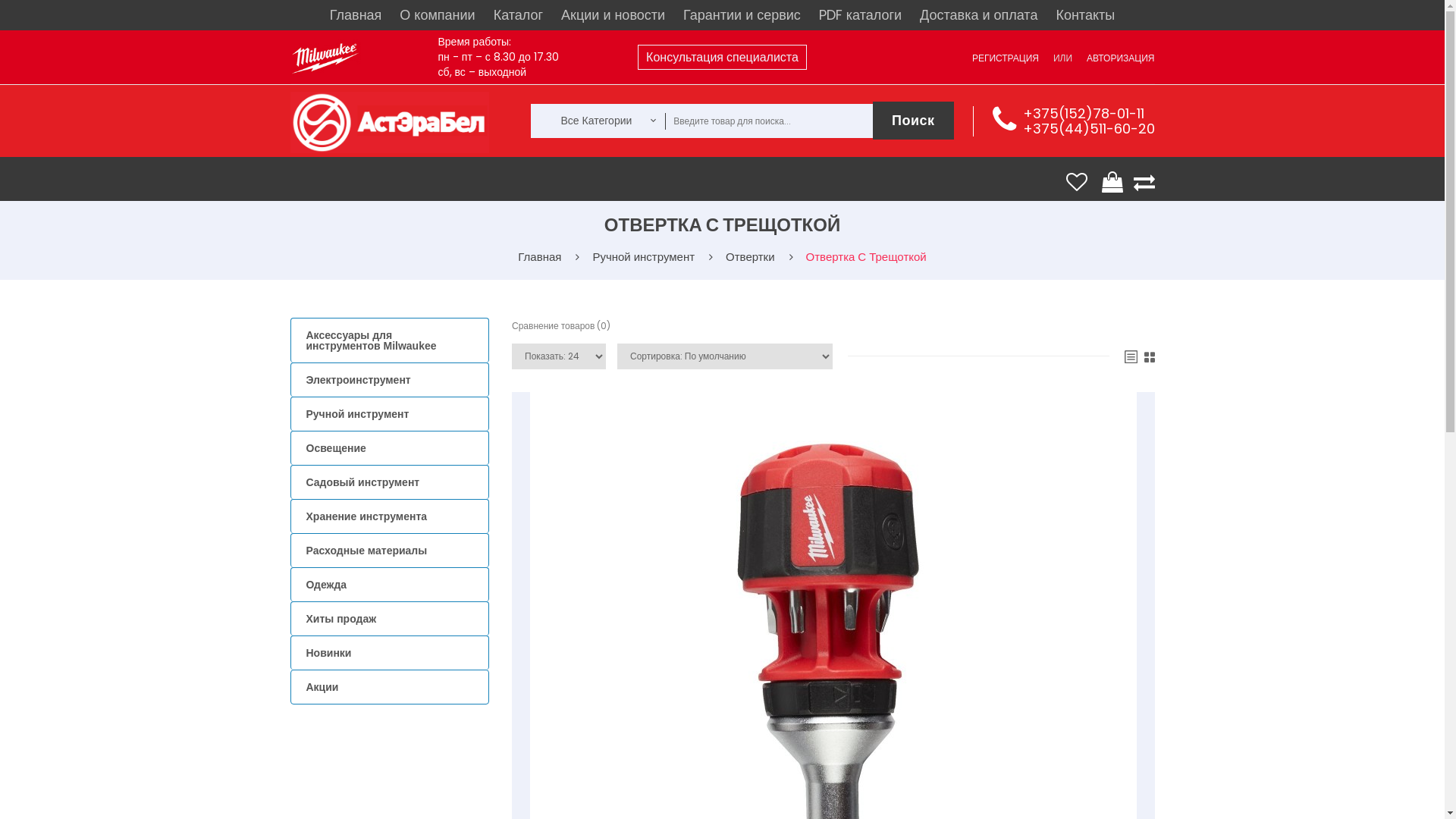 The width and height of the screenshot is (1456, 819). I want to click on '+375(152)78-01-11', so click(1022, 112).